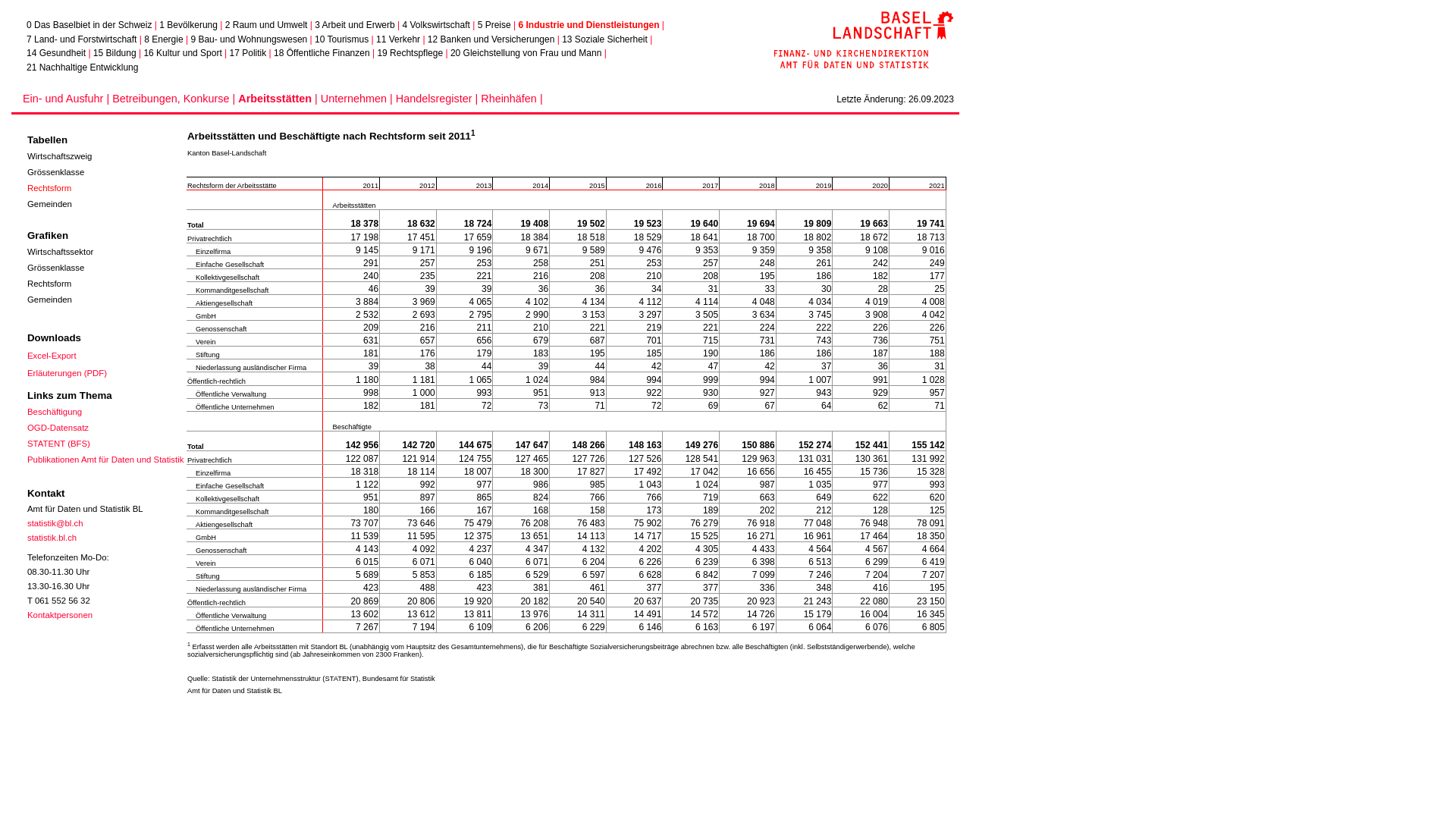 The width and height of the screenshot is (1456, 819). I want to click on '4 Volkswirtschaft', so click(435, 25).